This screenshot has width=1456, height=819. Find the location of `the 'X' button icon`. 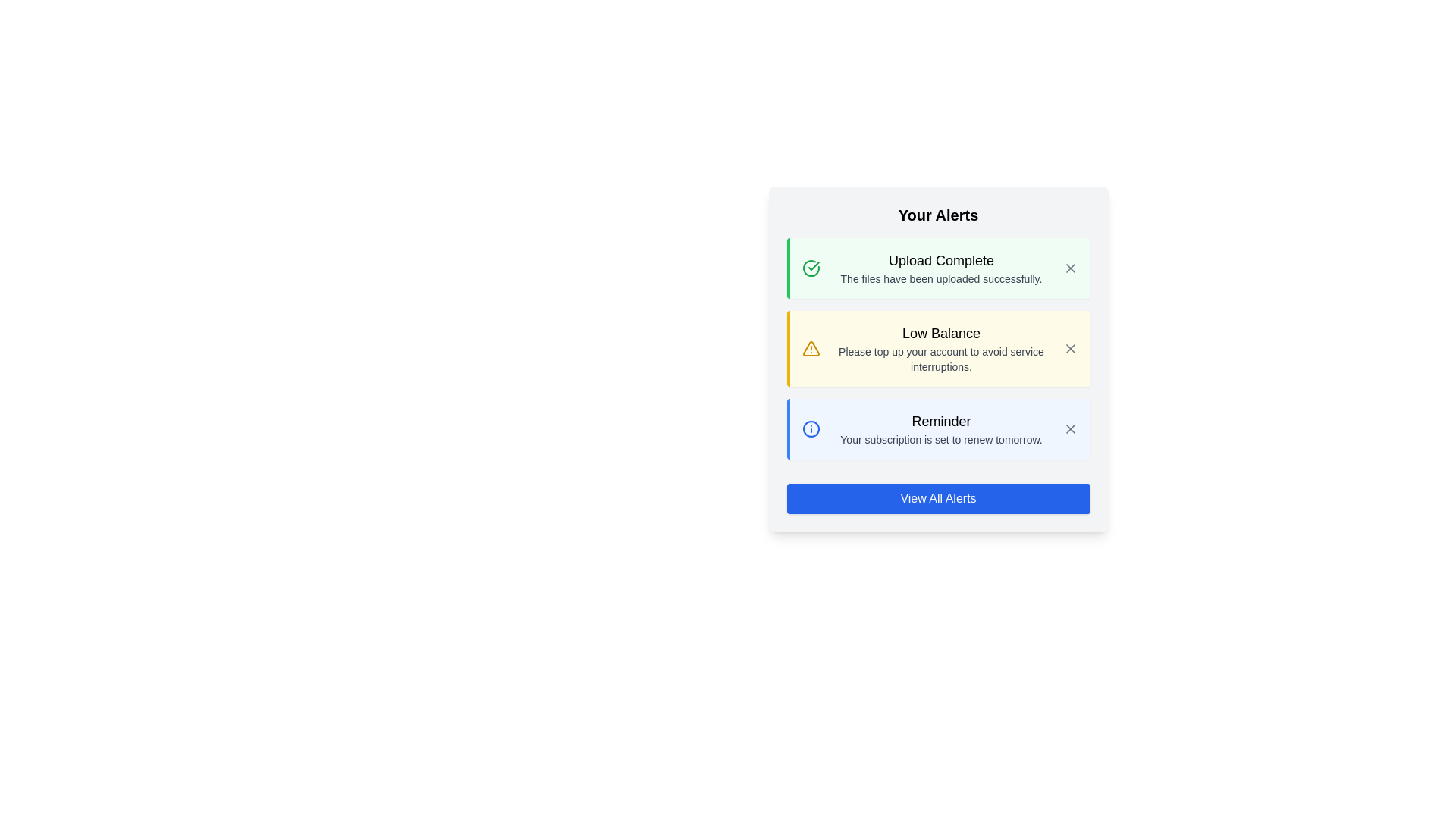

the 'X' button icon is located at coordinates (1069, 348).